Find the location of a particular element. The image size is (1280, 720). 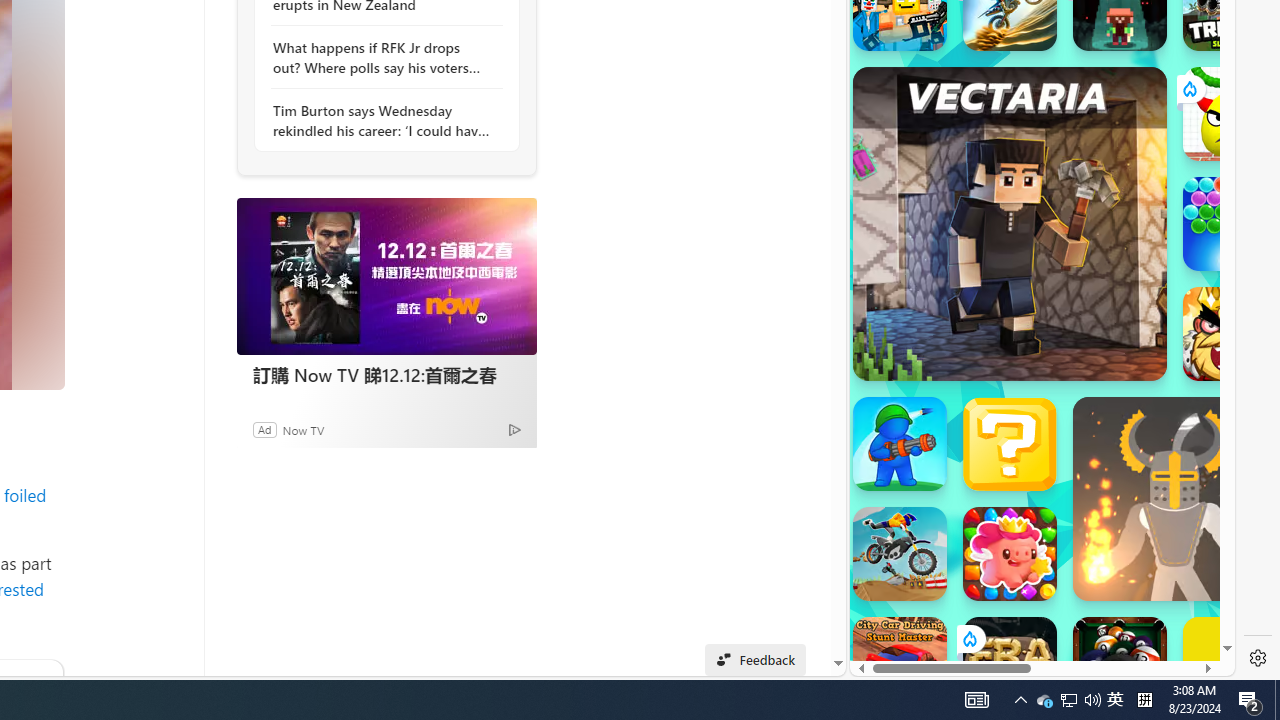

'Era: Evolution Era: Evolution' is located at coordinates (1009, 664).